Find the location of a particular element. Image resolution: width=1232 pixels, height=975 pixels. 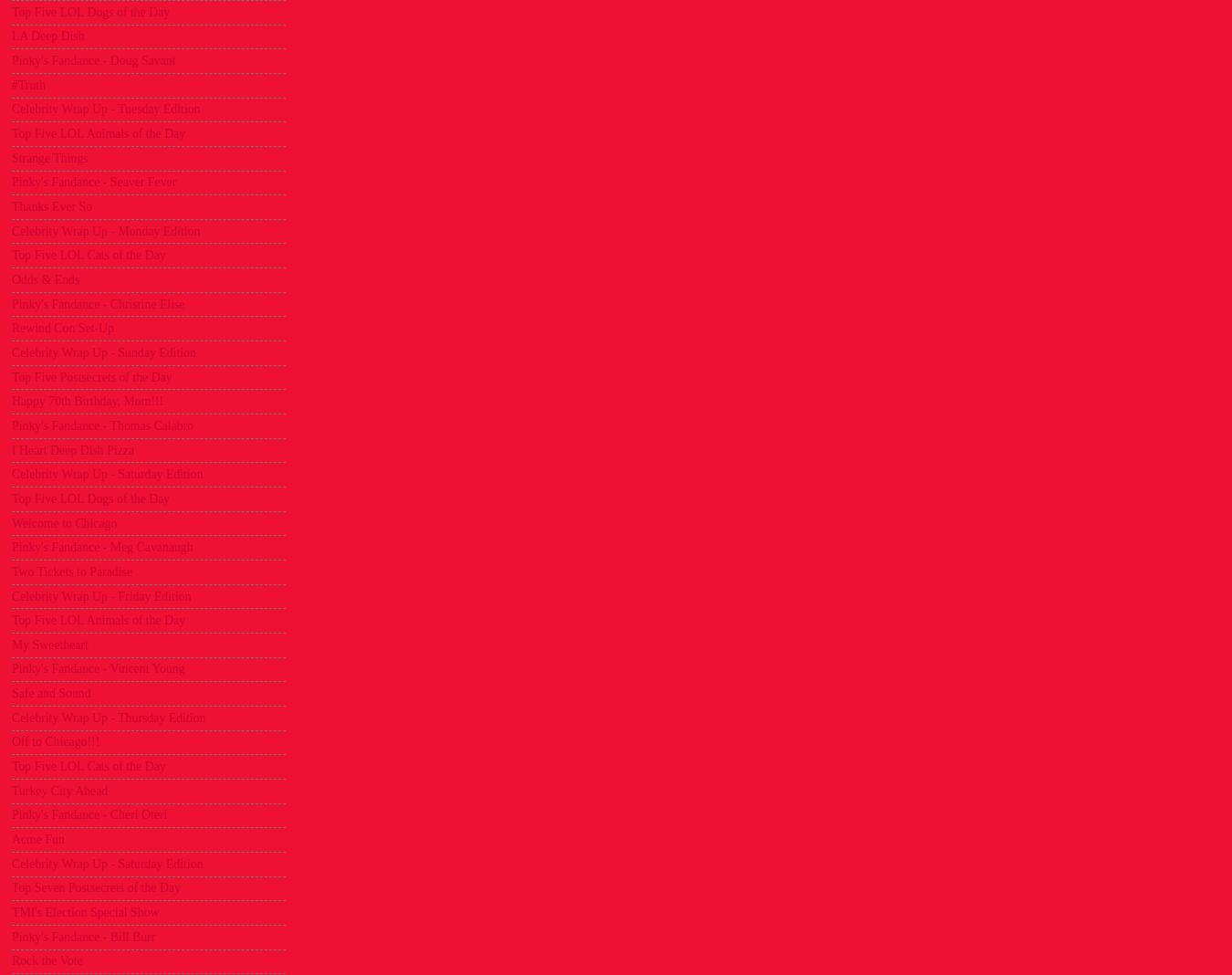

'Pinky's Fandance - Meg Cavanaugh' is located at coordinates (101, 546).